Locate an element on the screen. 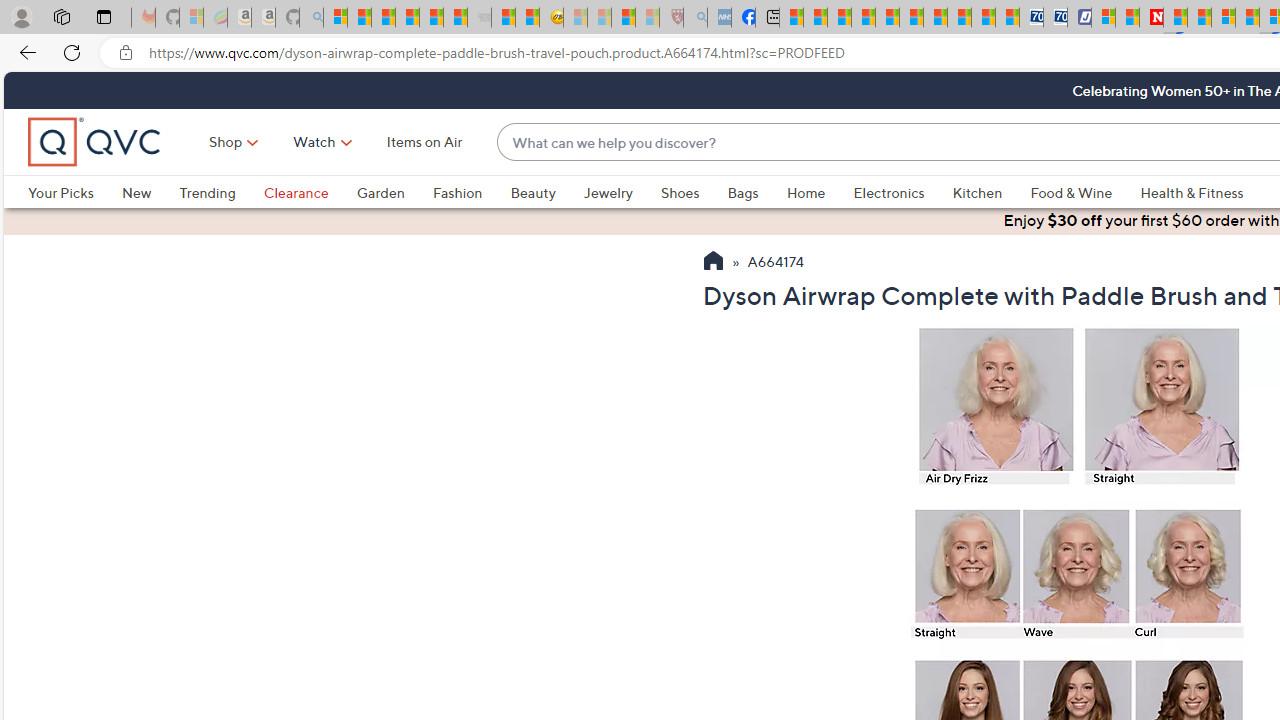 The width and height of the screenshot is (1280, 720). 'Your Picks' is located at coordinates (74, 192).